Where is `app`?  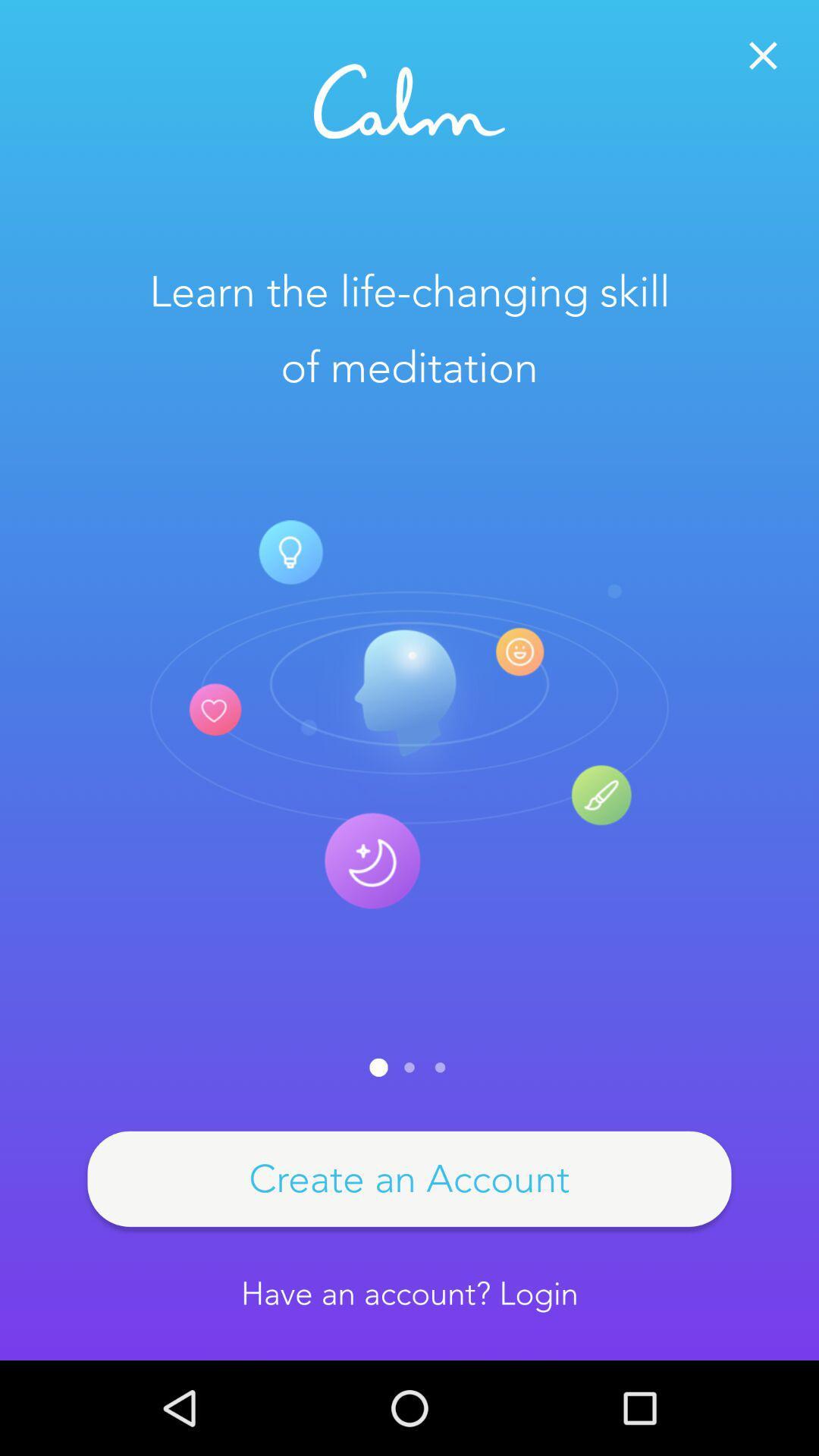 app is located at coordinates (763, 55).